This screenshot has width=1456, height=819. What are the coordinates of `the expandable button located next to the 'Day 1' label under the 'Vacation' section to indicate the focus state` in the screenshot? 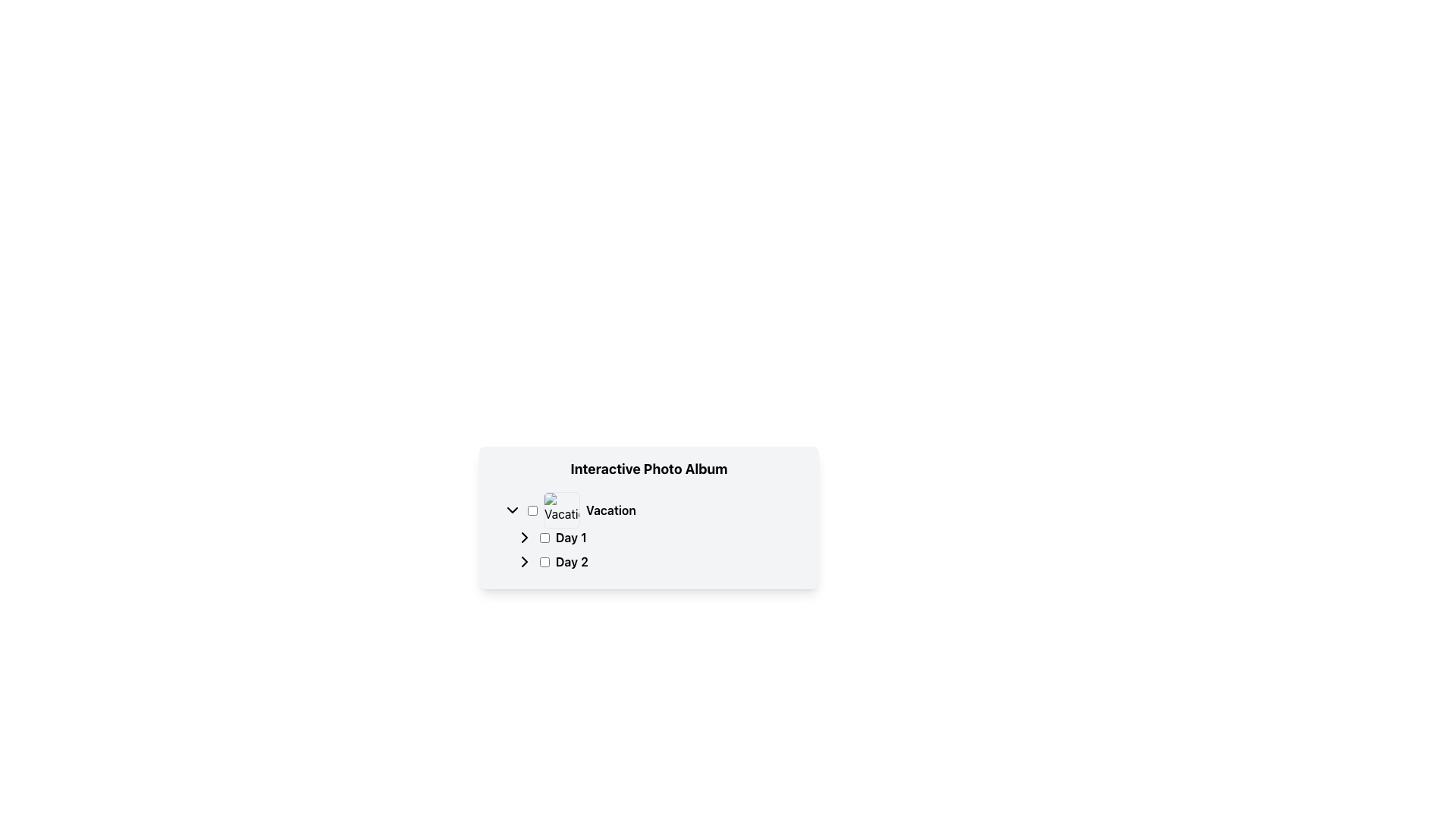 It's located at (524, 537).